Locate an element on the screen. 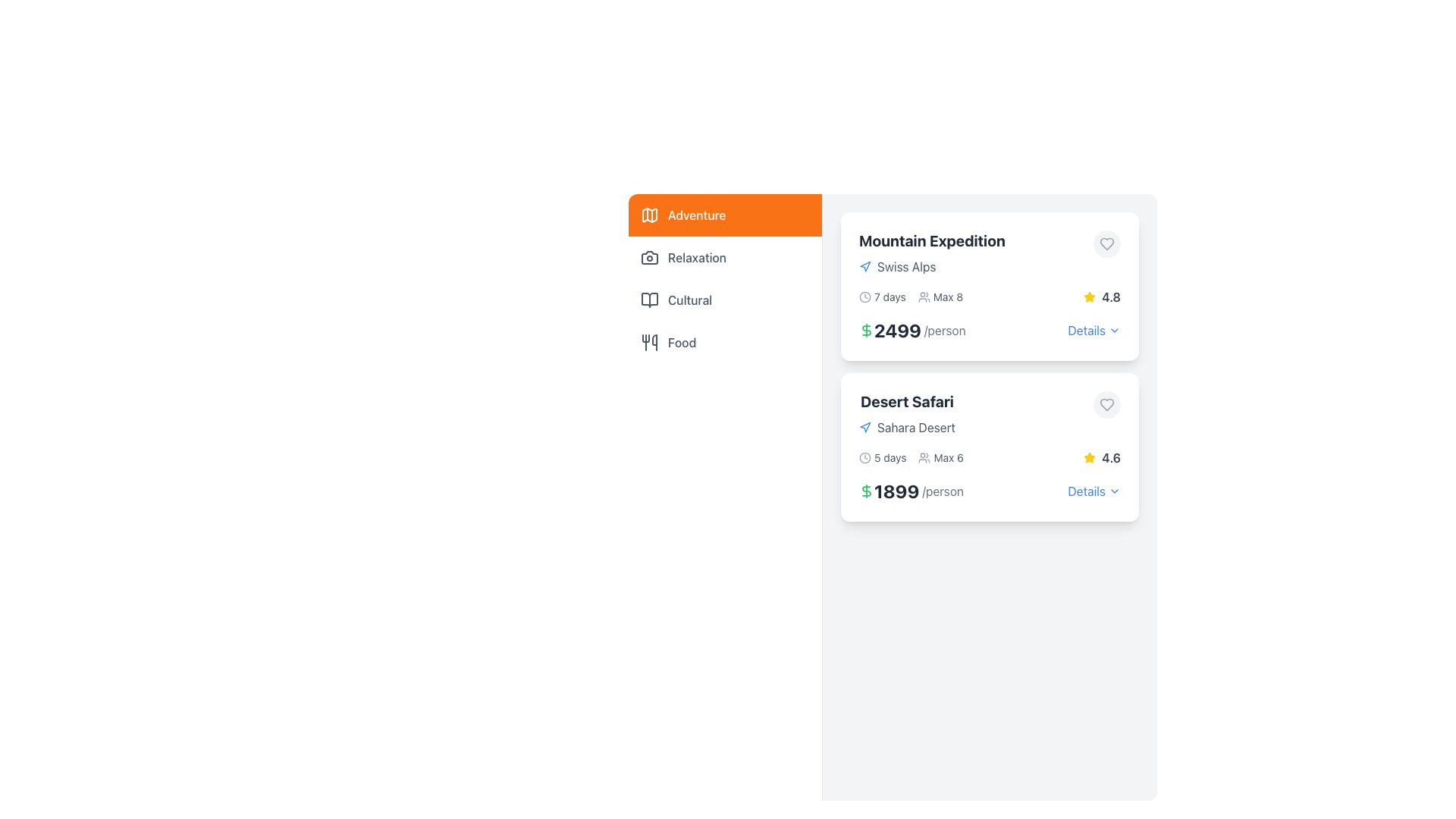  the icon that represents 'maximum group size' or 'maximum capacity', which is located to the left of the text label 'Max 8' in the 'Mountain Expedition' card is located at coordinates (923, 297).